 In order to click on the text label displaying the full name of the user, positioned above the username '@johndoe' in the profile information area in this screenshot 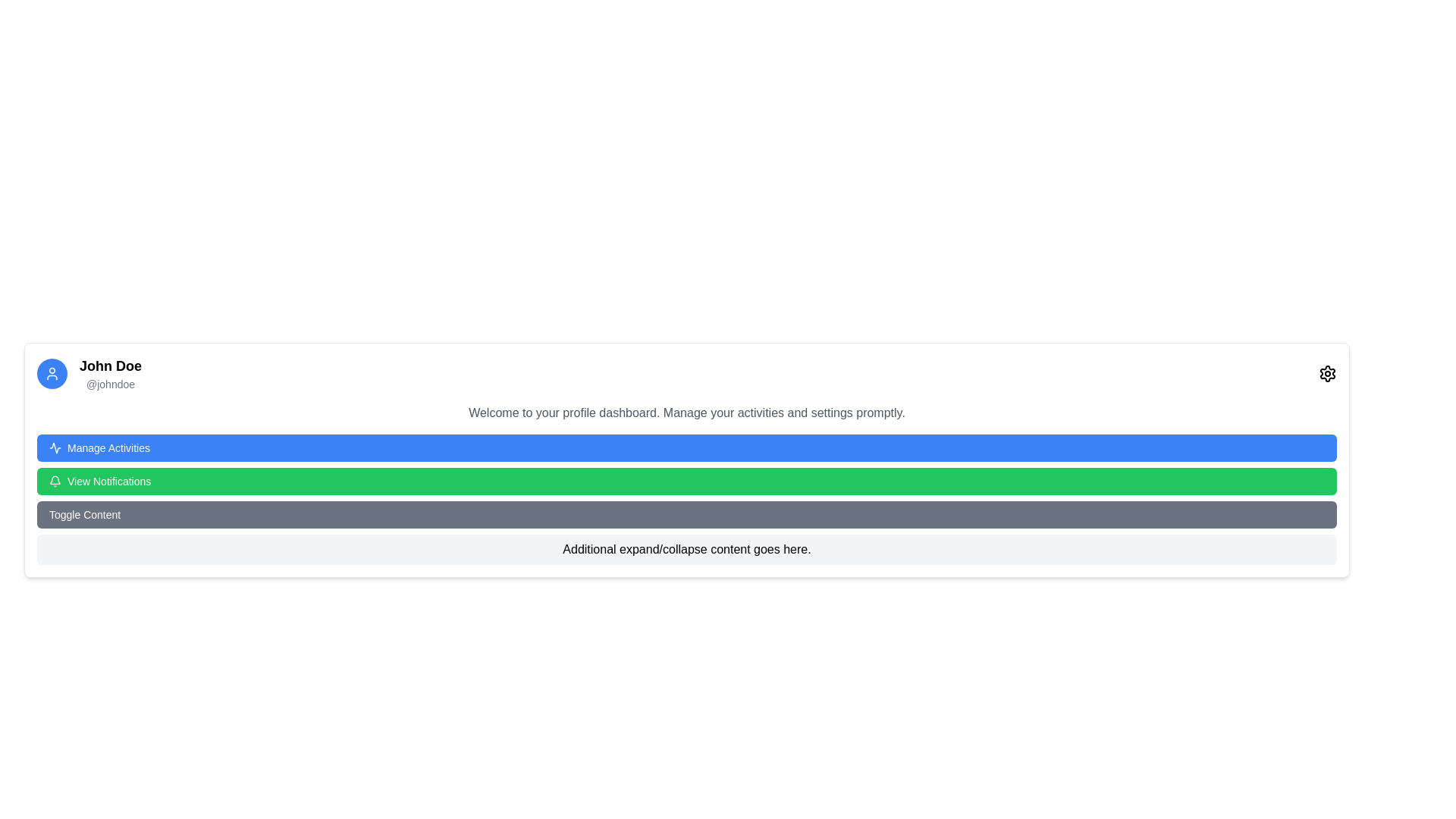, I will do `click(109, 366)`.